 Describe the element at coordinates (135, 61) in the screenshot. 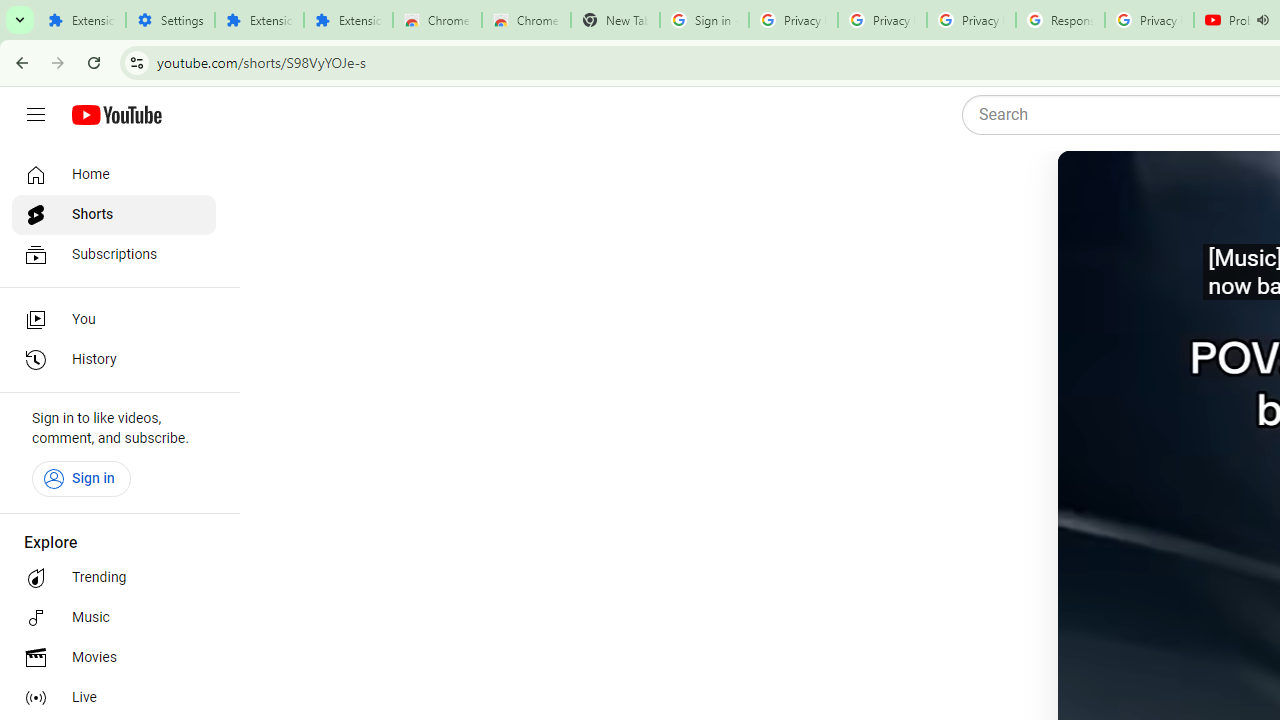

I see `'View site information'` at that location.